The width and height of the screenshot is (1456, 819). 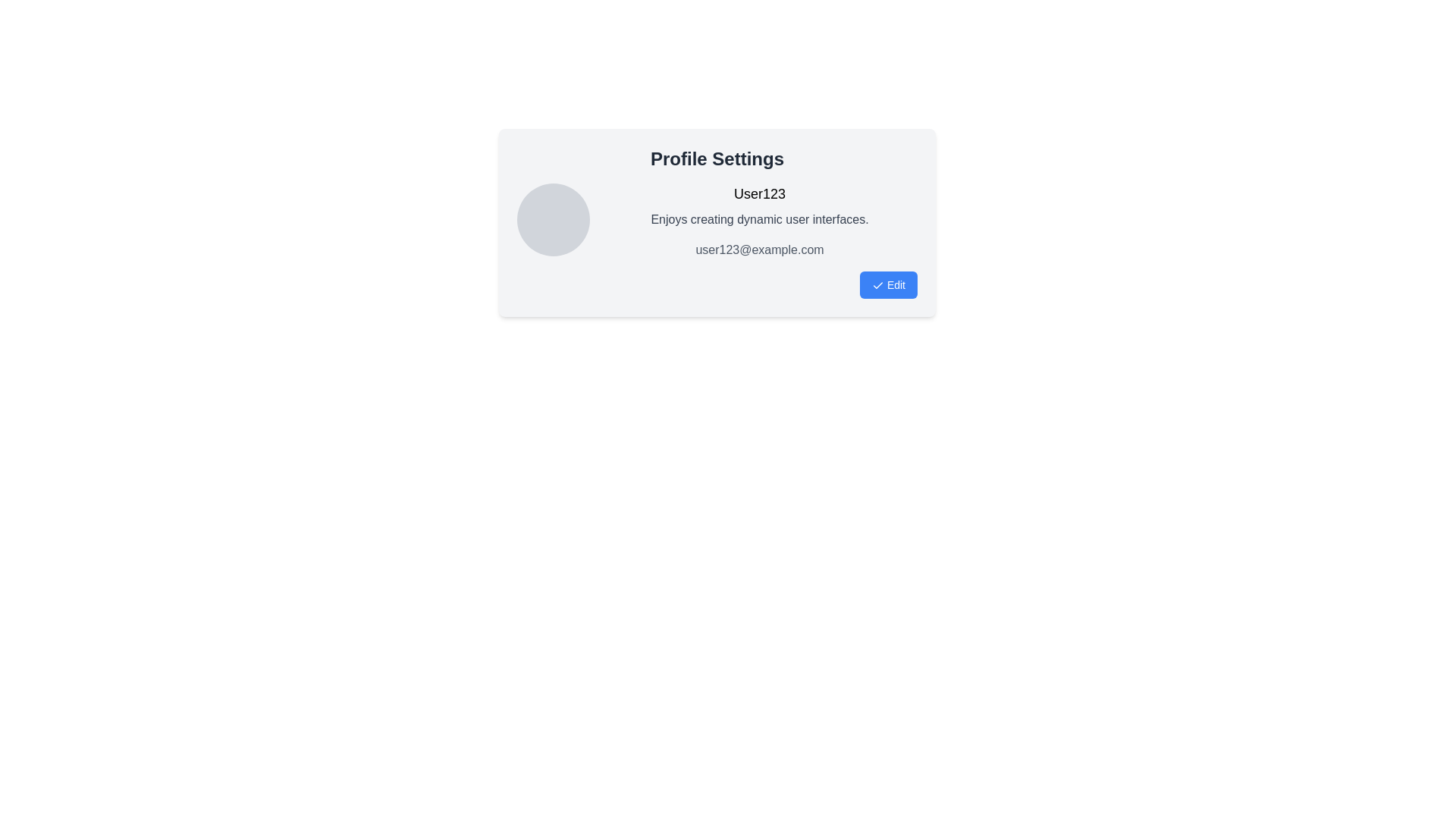 I want to click on displayed information from the text block that includes the title 'User123', the description 'Enjoys creating dynamic user interfaces.', and the email 'user123@example.com', so click(x=760, y=221).